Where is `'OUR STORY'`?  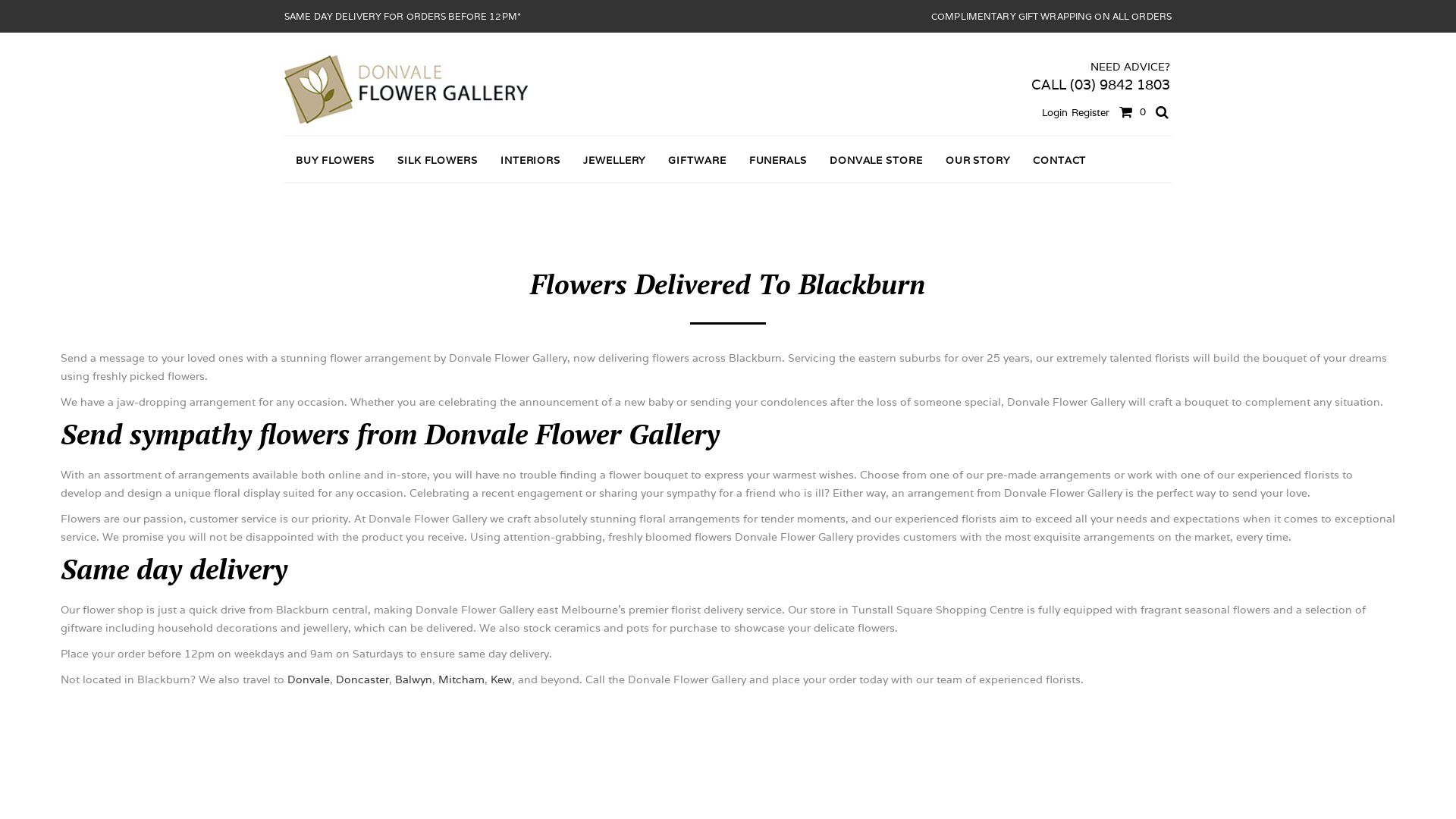 'OUR STORY' is located at coordinates (977, 160).